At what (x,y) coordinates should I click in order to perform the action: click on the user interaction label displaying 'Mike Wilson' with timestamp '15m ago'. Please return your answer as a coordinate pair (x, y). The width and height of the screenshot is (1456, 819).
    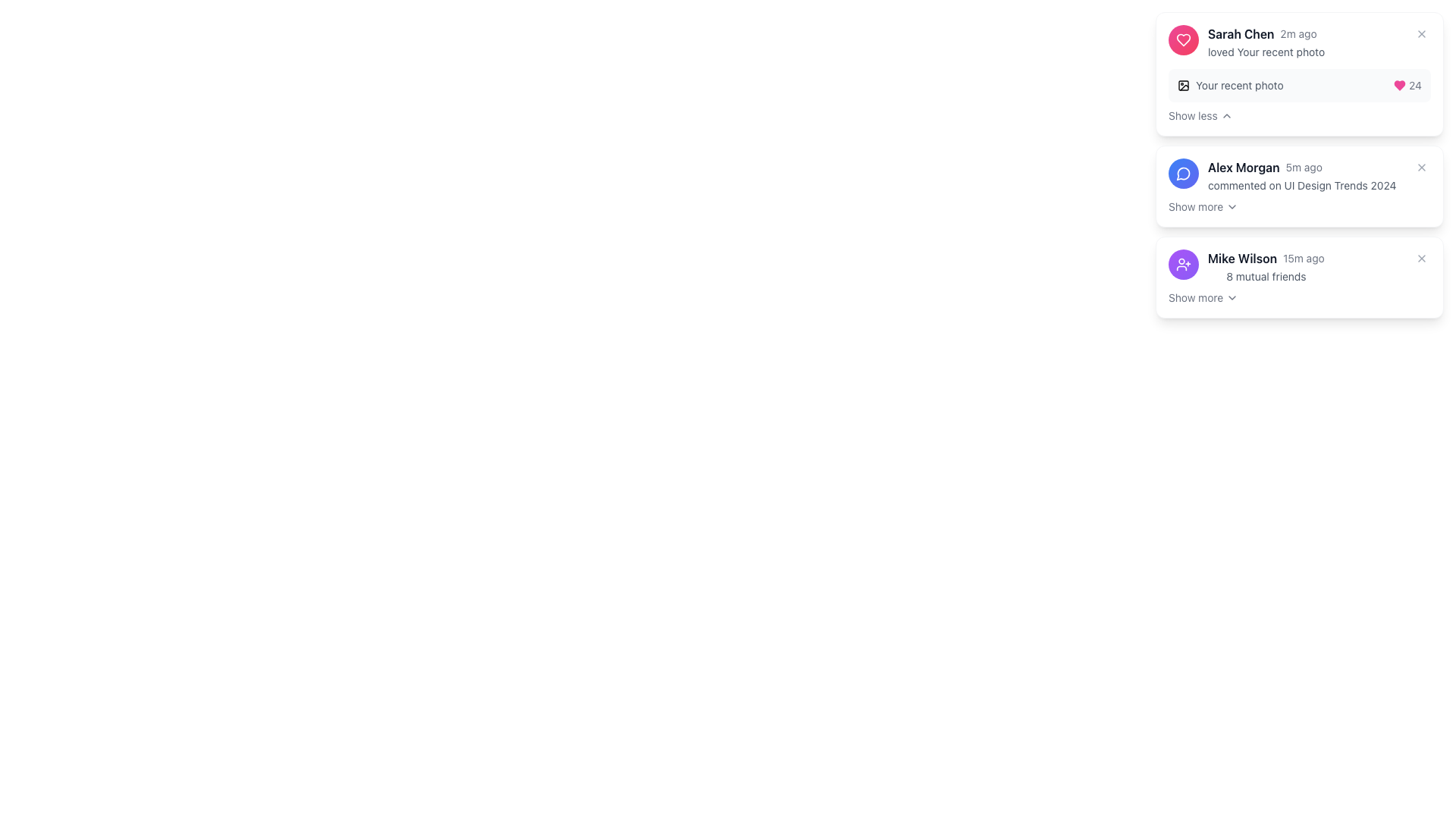
    Looking at the image, I should click on (1266, 257).